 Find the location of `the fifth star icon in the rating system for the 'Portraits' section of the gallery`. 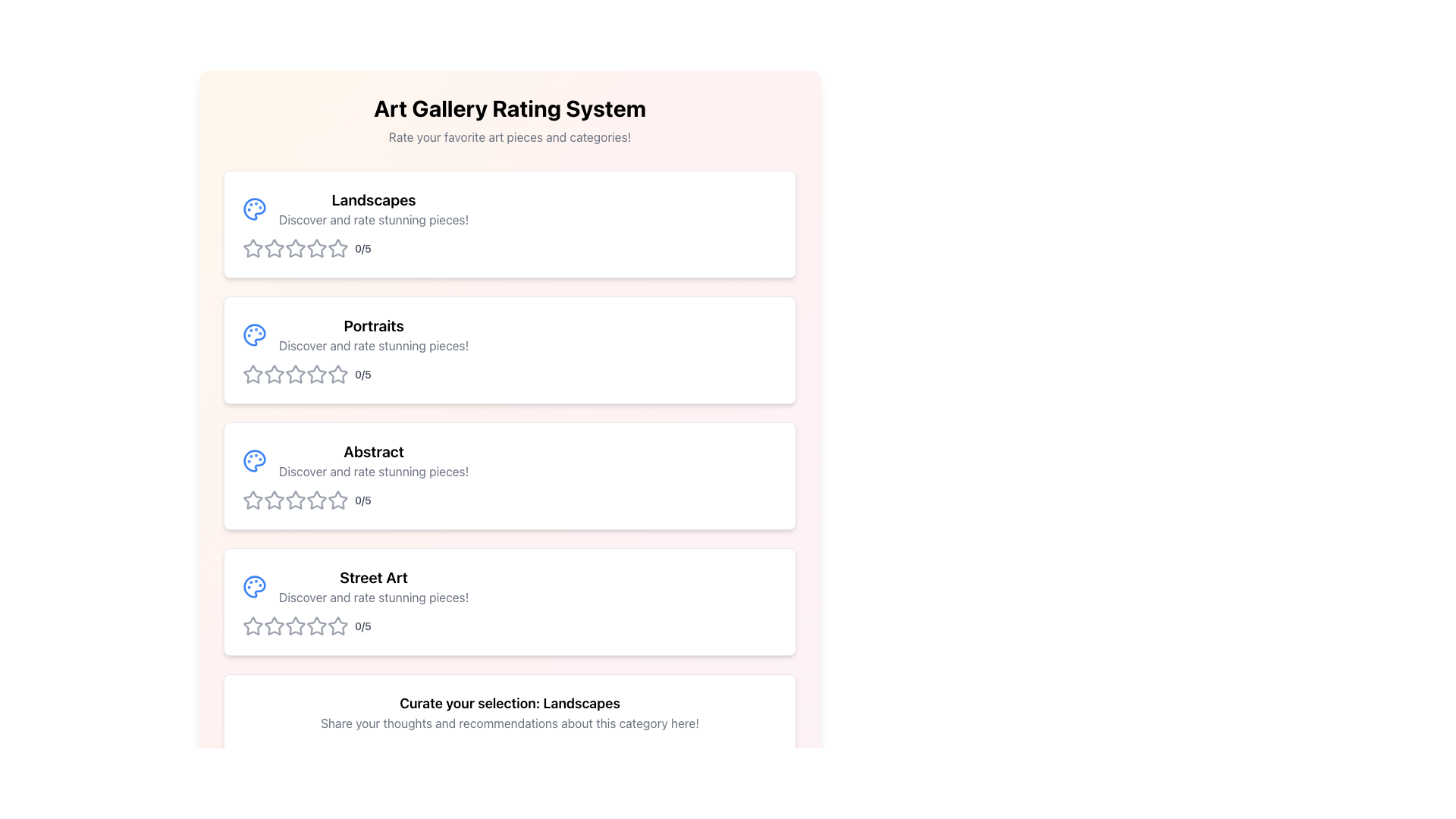

the fifth star icon in the rating system for the 'Portraits' section of the gallery is located at coordinates (315, 374).